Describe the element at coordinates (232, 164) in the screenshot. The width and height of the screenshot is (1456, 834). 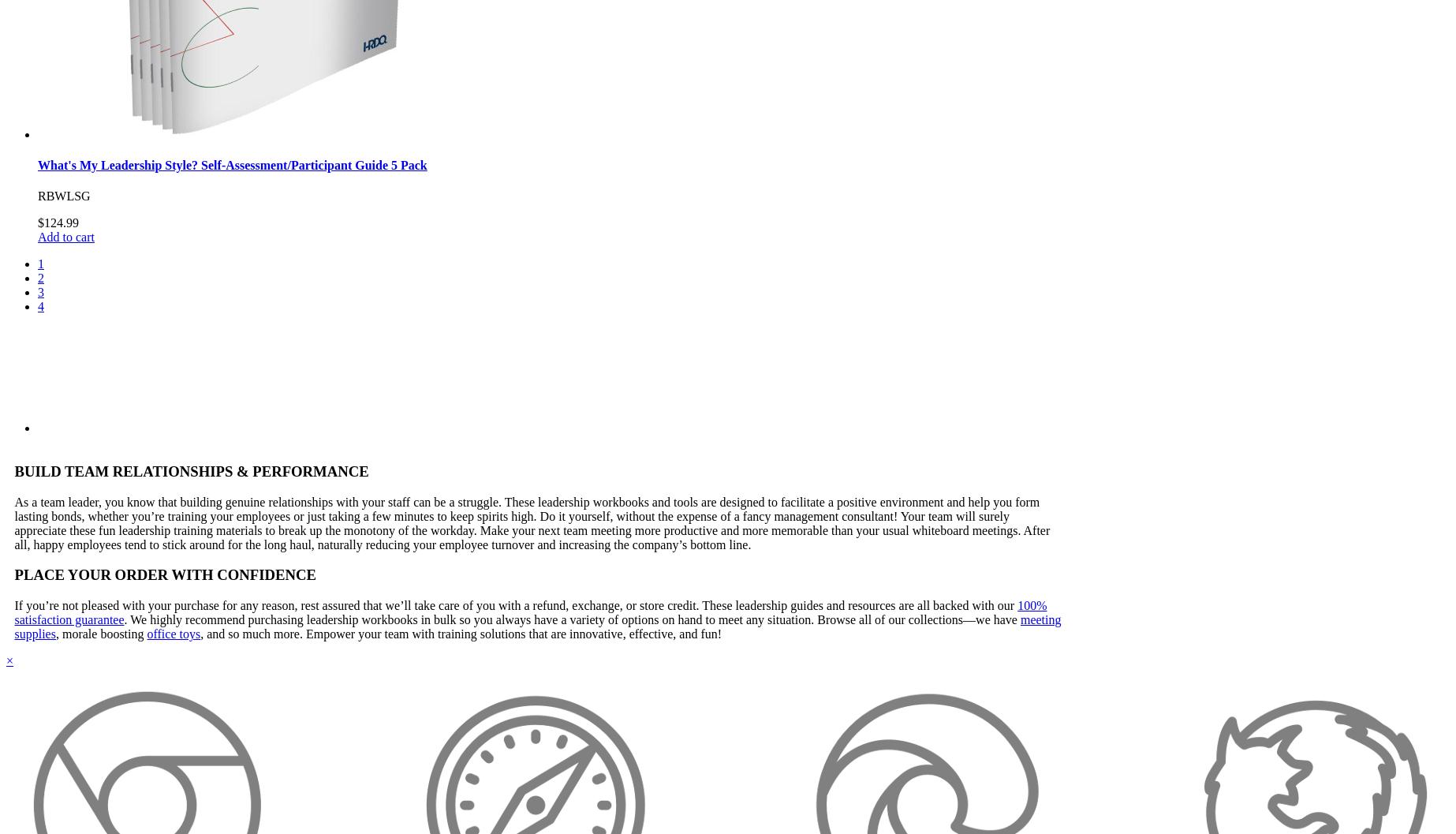
I see `'What's My Leadership Style? Self-Assessment/Participant Guide 5 Pack'` at that location.